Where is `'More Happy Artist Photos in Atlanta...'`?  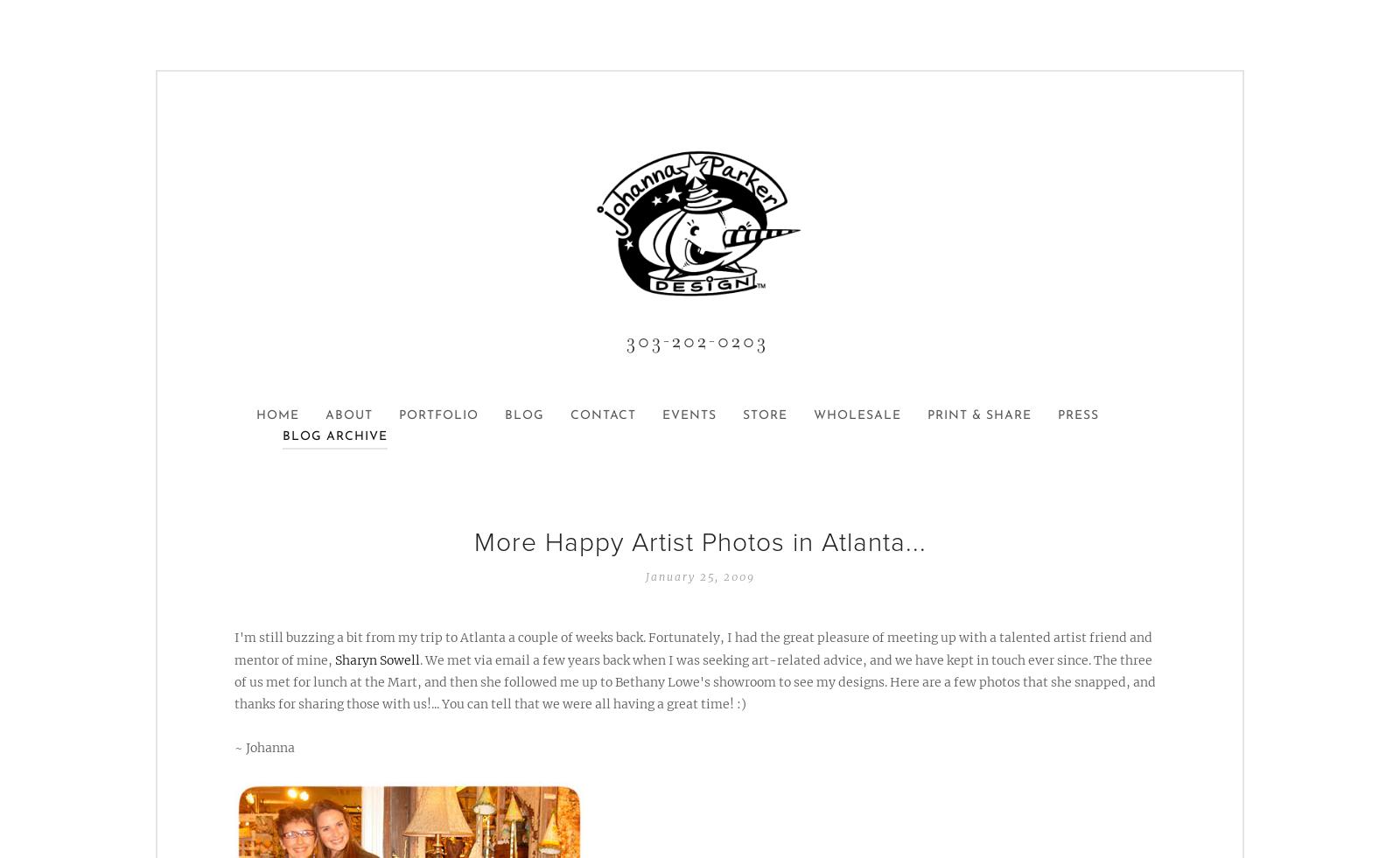 'More Happy Artist Photos in Atlanta...' is located at coordinates (472, 541).